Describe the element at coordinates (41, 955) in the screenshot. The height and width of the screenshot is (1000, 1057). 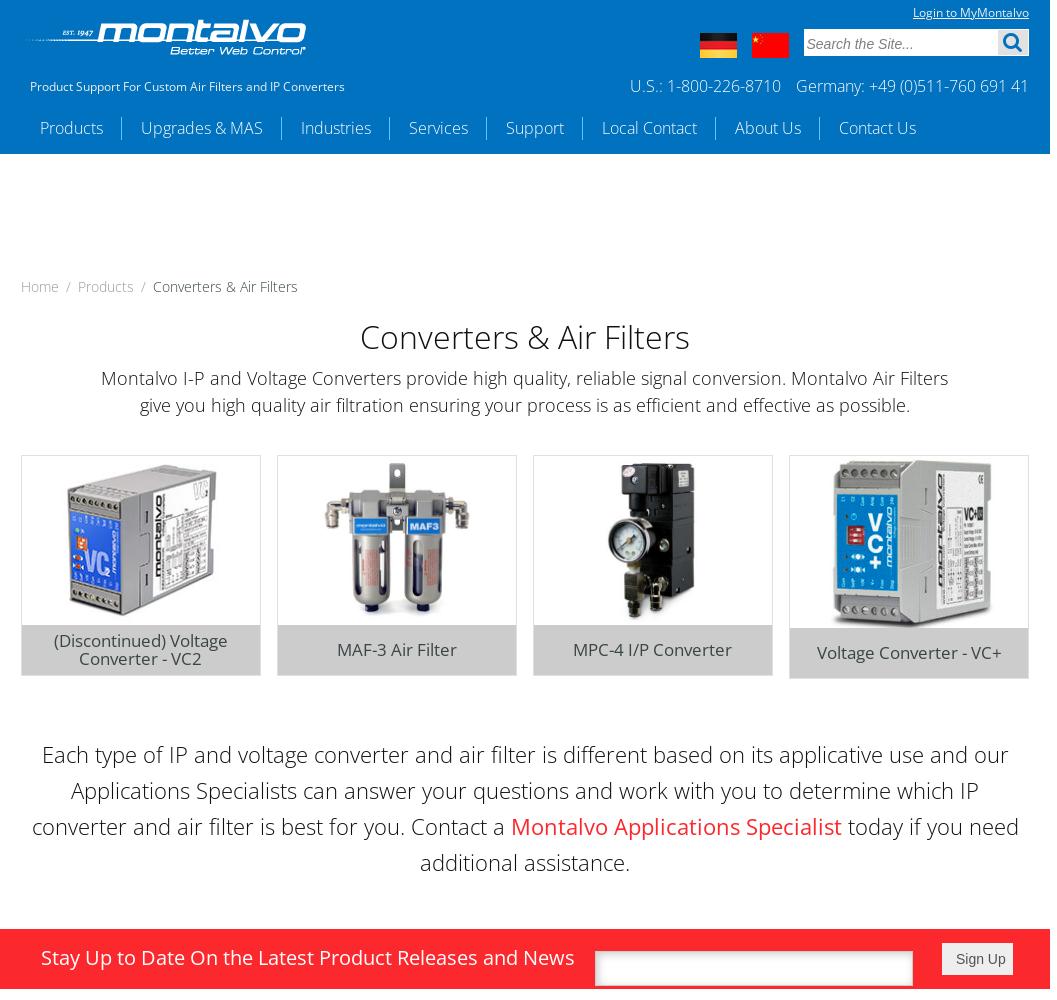
I see `'Stay Up to Date On the Latest Product Releases and News'` at that location.